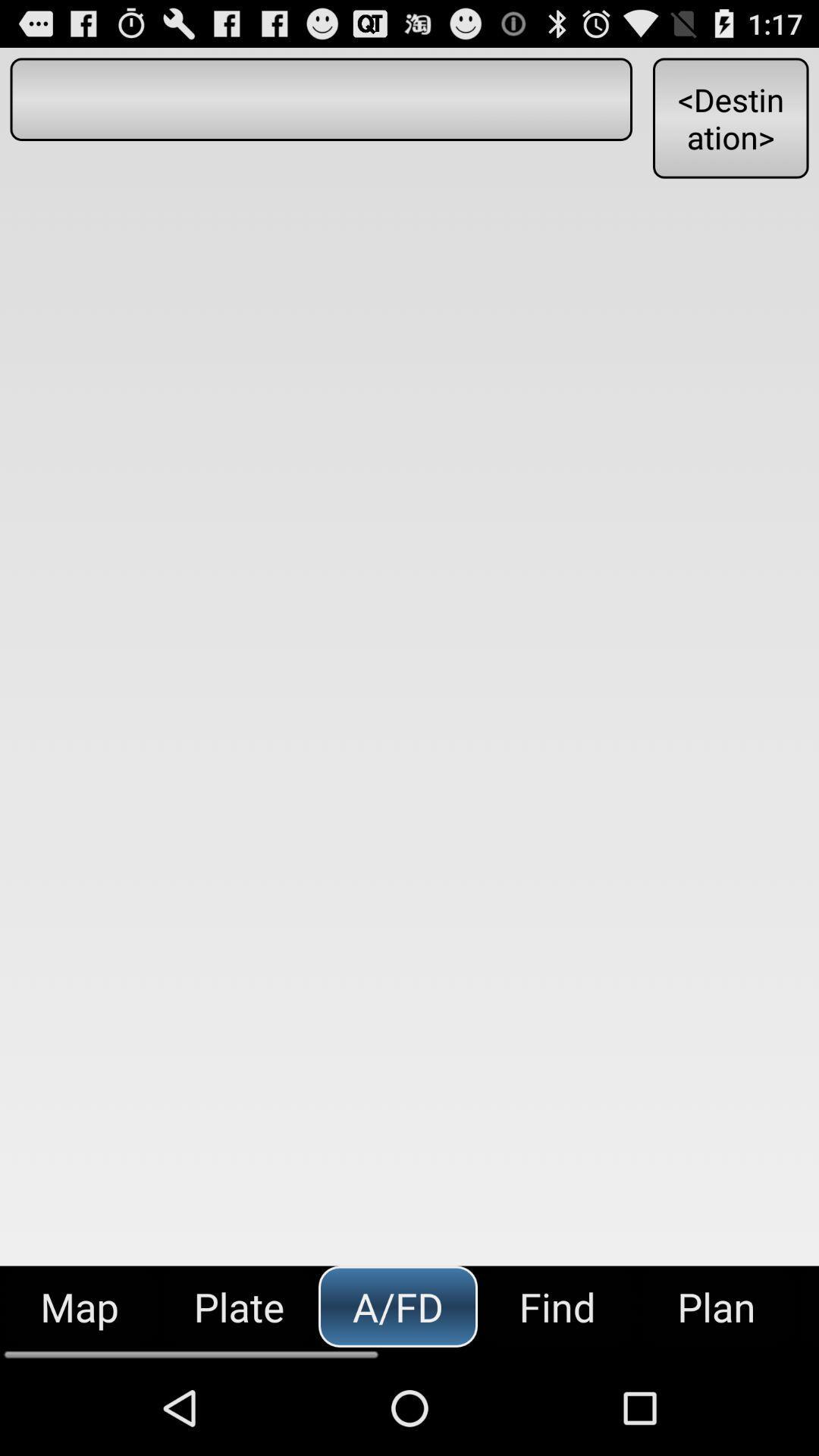 This screenshot has height=1456, width=819. What do you see at coordinates (730, 117) in the screenshot?
I see `<destination>` at bounding box center [730, 117].